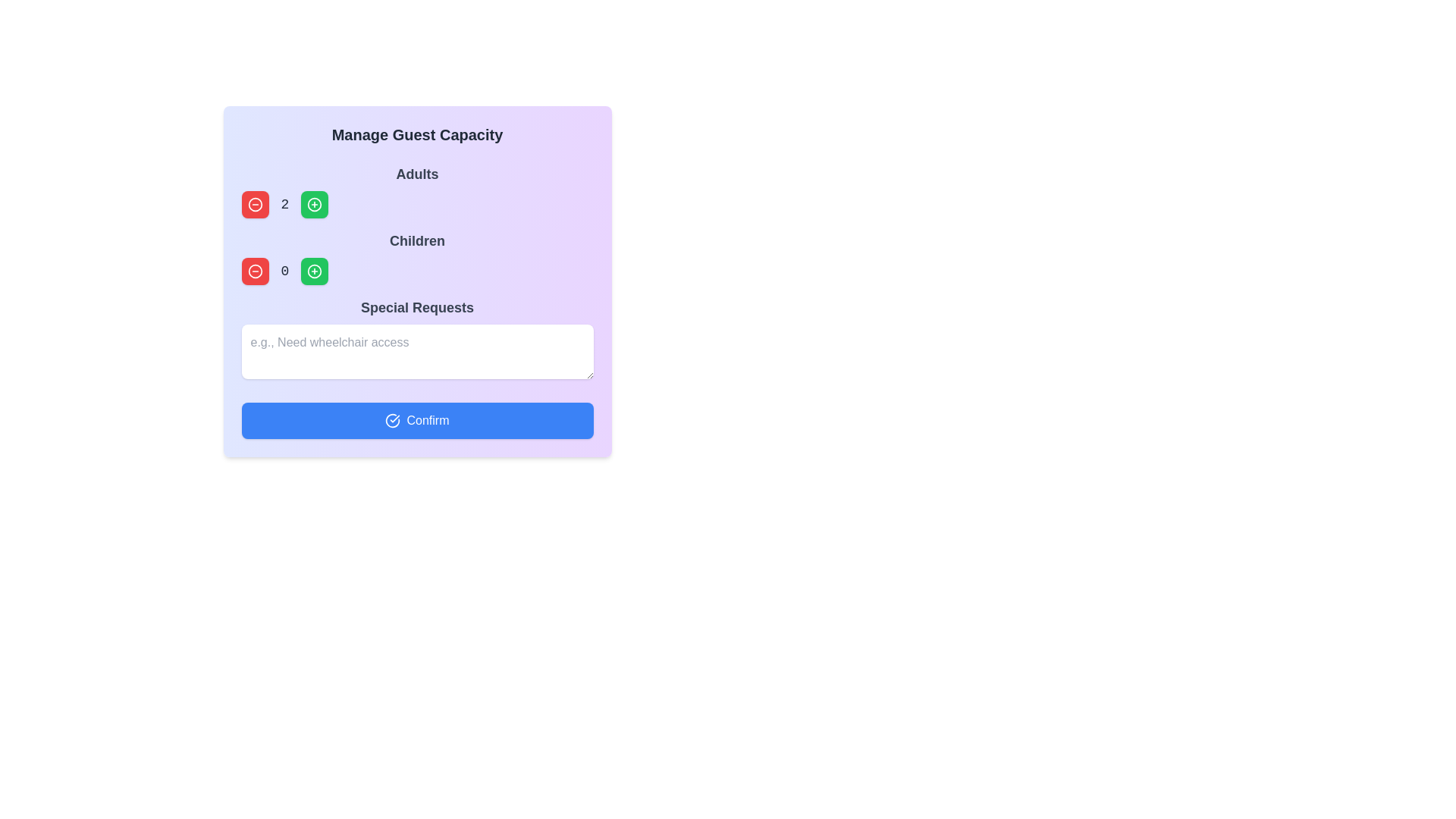  I want to click on the label indicating the section for setting the number of adult guests, located directly under the 'Manage Guest Capacity' heading, so click(417, 174).